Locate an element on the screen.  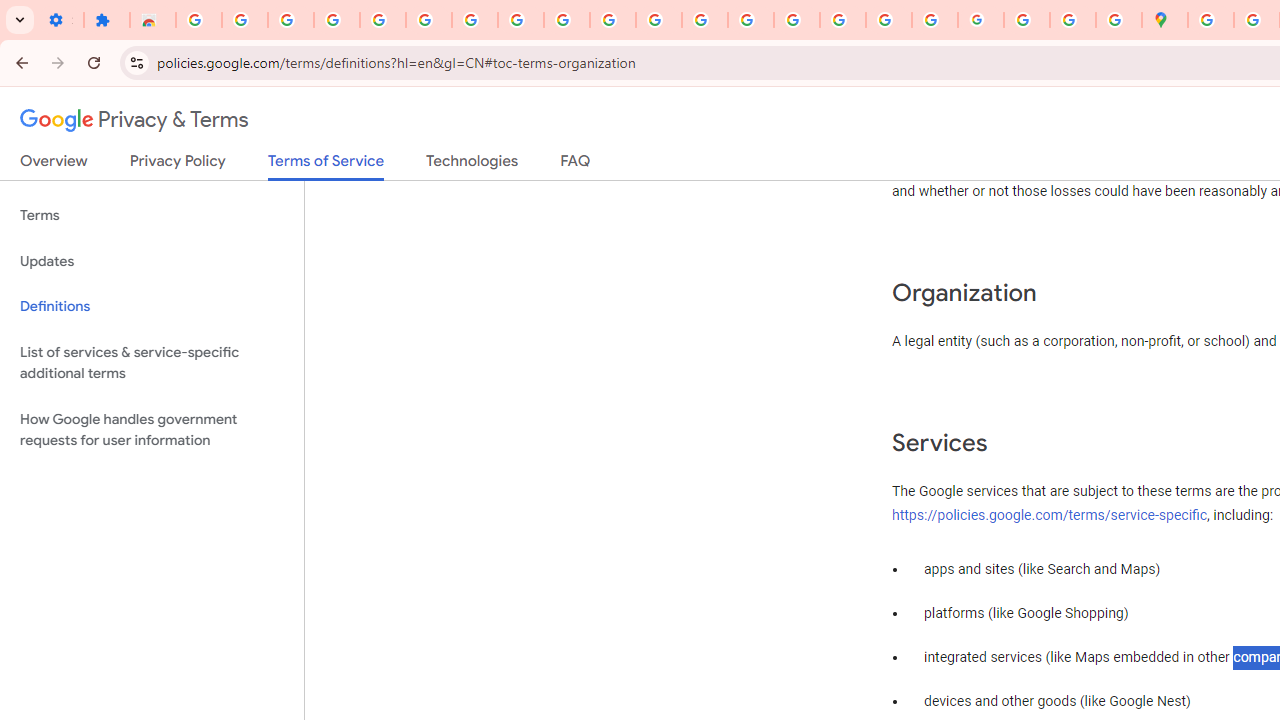
'Terms of Service' is located at coordinates (326, 165).